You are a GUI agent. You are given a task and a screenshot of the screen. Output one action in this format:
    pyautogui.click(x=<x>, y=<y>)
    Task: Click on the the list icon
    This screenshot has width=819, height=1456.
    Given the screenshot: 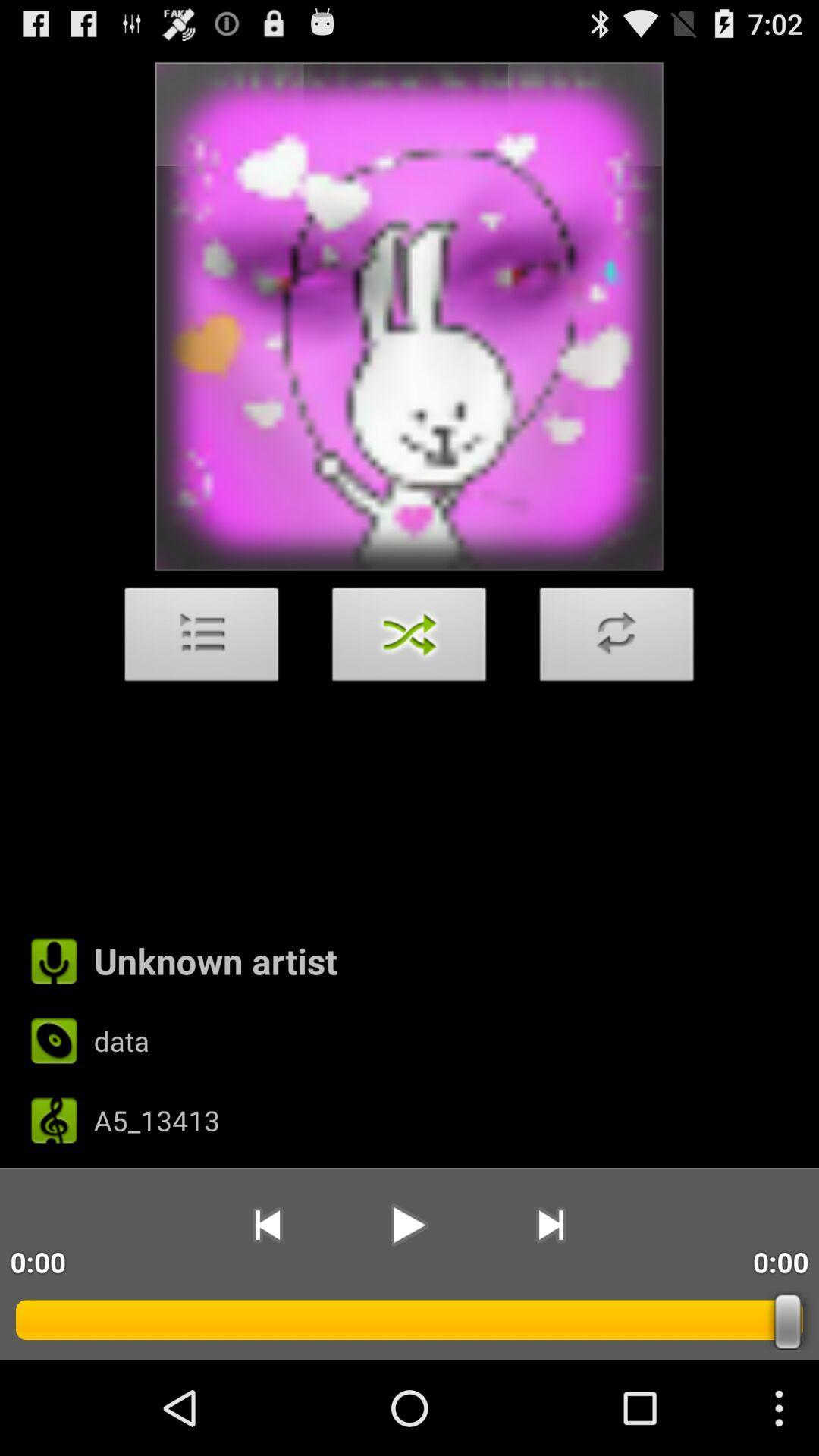 What is the action you would take?
    pyautogui.click(x=201, y=682)
    